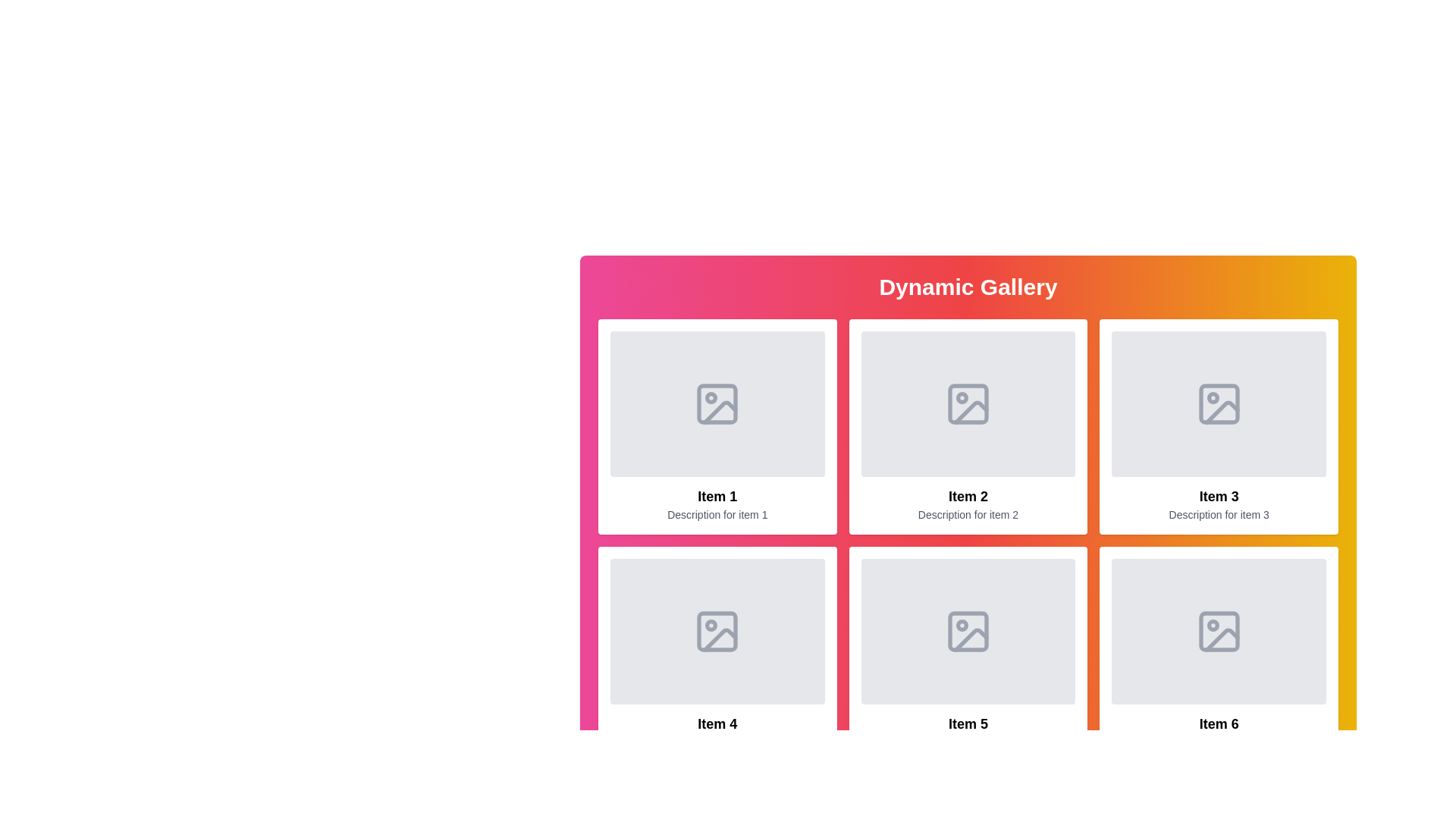 The image size is (1456, 819). I want to click on the image placeholder icon located at the center of the third card in the 'Dynamic Gallery' section, so click(1219, 403).